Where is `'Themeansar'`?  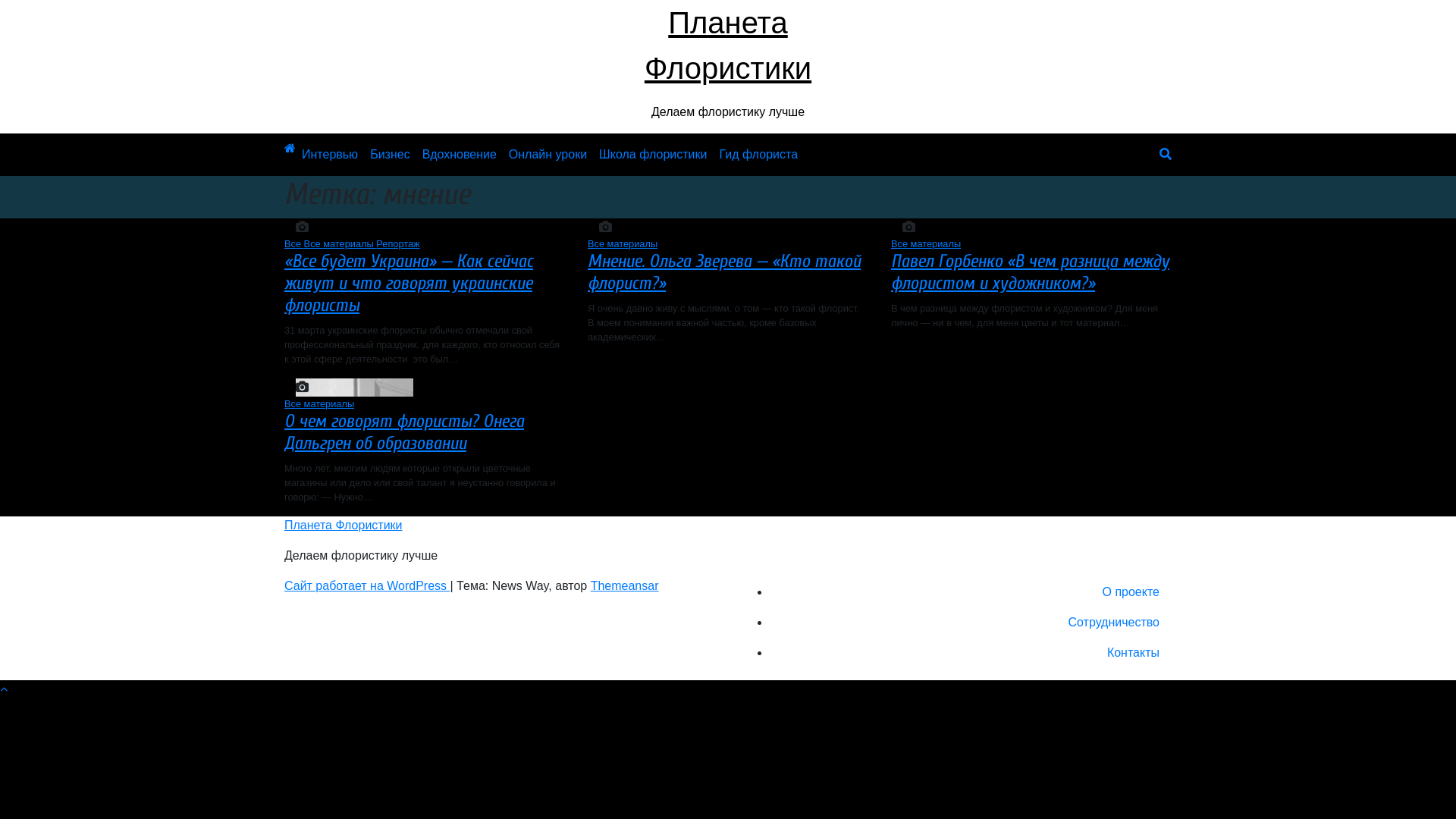
'Themeansar' is located at coordinates (625, 585).